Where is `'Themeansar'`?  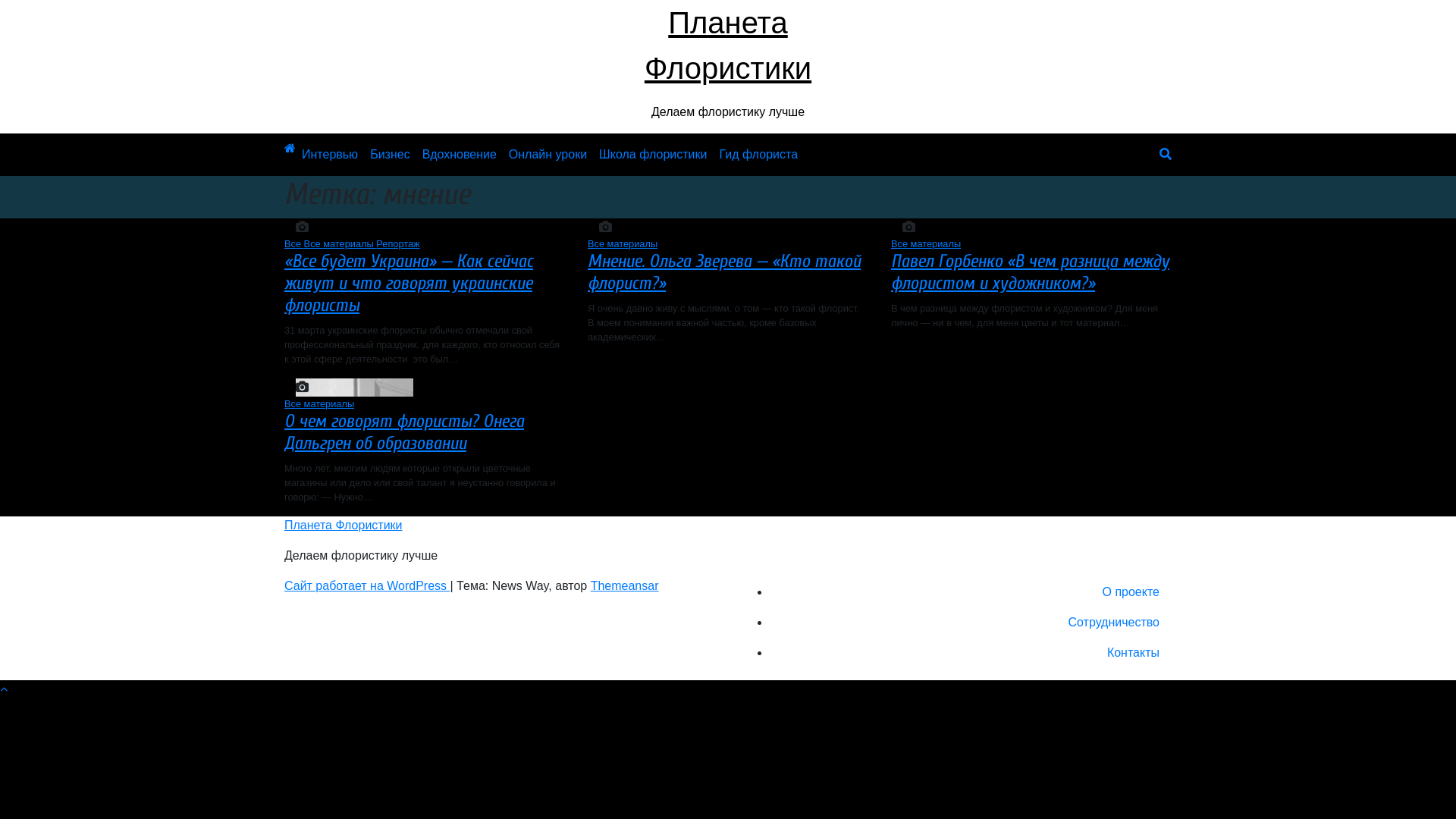
'Themeansar' is located at coordinates (625, 585).